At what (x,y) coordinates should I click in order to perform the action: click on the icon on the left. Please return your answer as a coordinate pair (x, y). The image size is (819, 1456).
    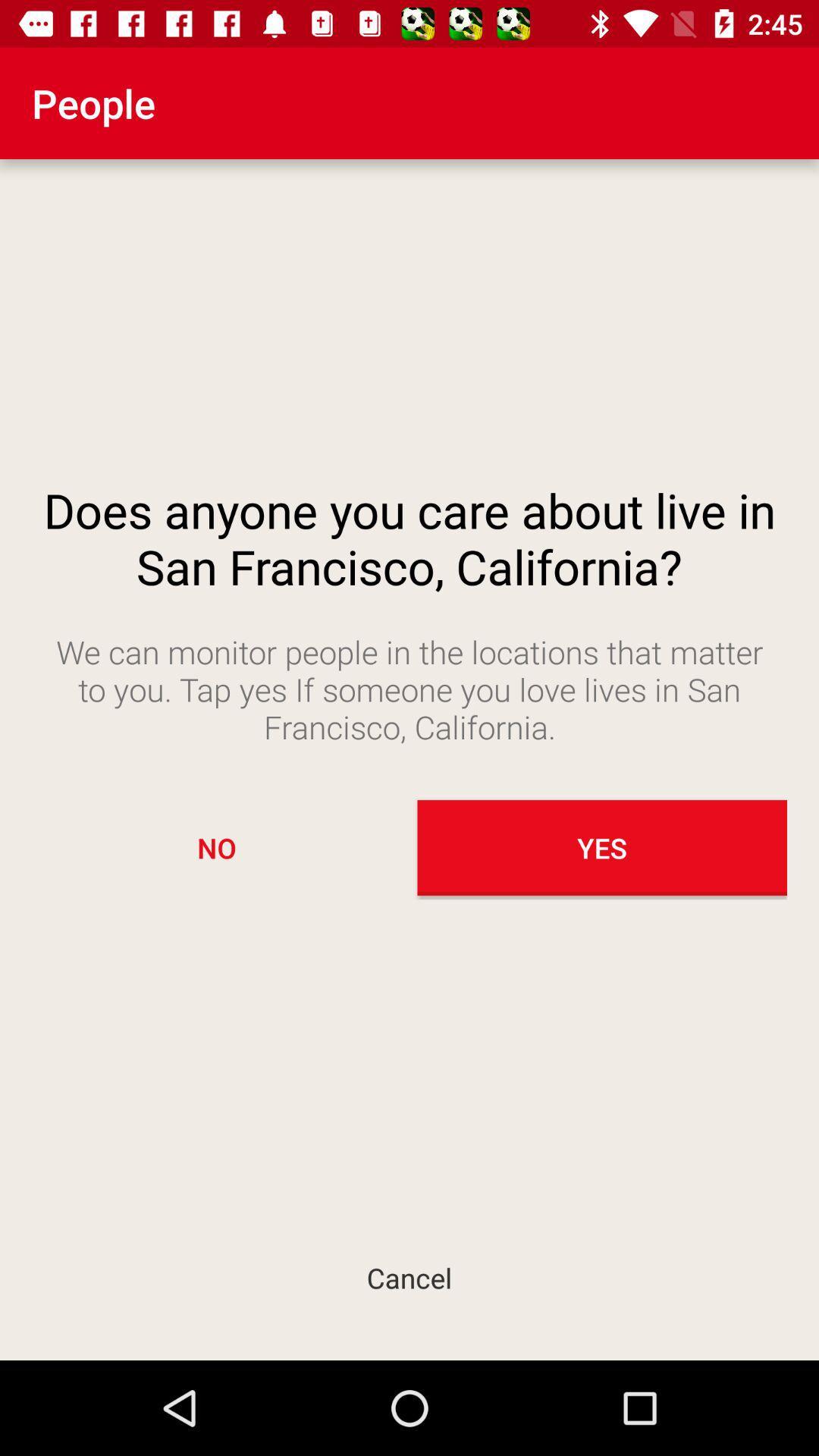
    Looking at the image, I should click on (216, 847).